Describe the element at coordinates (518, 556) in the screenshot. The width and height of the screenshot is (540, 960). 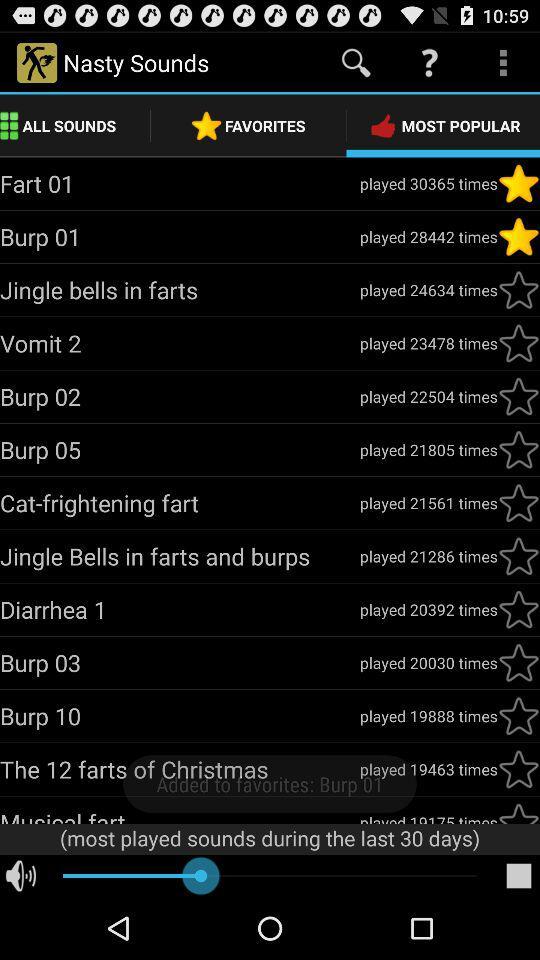
I see `favorite` at that location.